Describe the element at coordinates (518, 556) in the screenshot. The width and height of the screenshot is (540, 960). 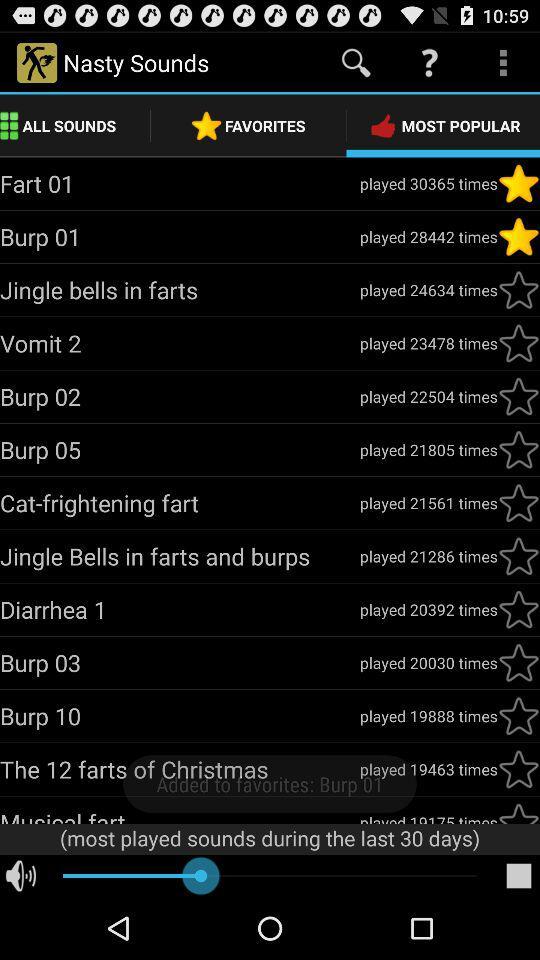
I see `favorite` at that location.